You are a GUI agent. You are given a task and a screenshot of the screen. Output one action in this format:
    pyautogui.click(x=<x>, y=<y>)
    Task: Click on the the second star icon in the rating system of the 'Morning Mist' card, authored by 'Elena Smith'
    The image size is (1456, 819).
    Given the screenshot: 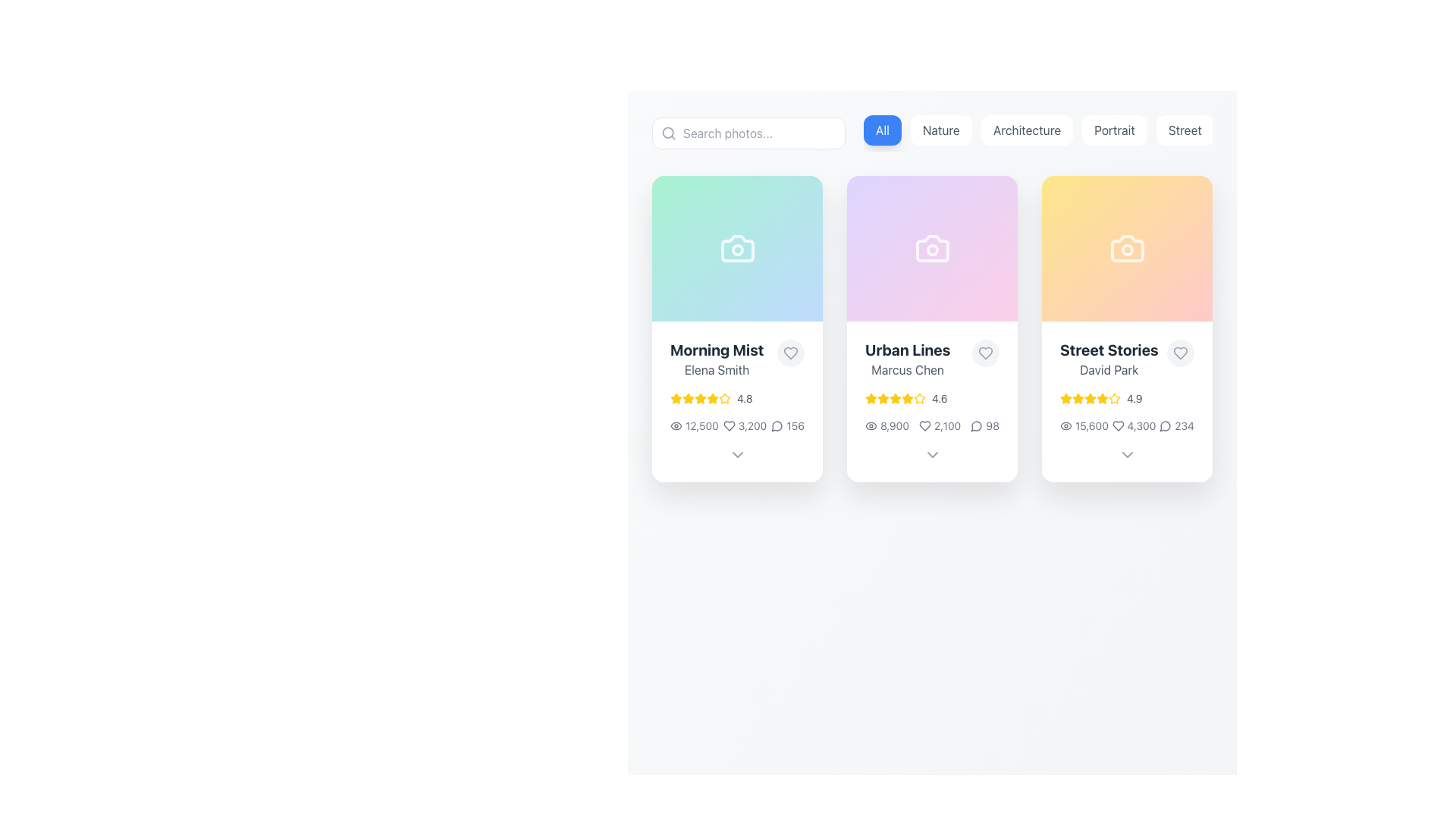 What is the action you would take?
    pyautogui.click(x=687, y=397)
    